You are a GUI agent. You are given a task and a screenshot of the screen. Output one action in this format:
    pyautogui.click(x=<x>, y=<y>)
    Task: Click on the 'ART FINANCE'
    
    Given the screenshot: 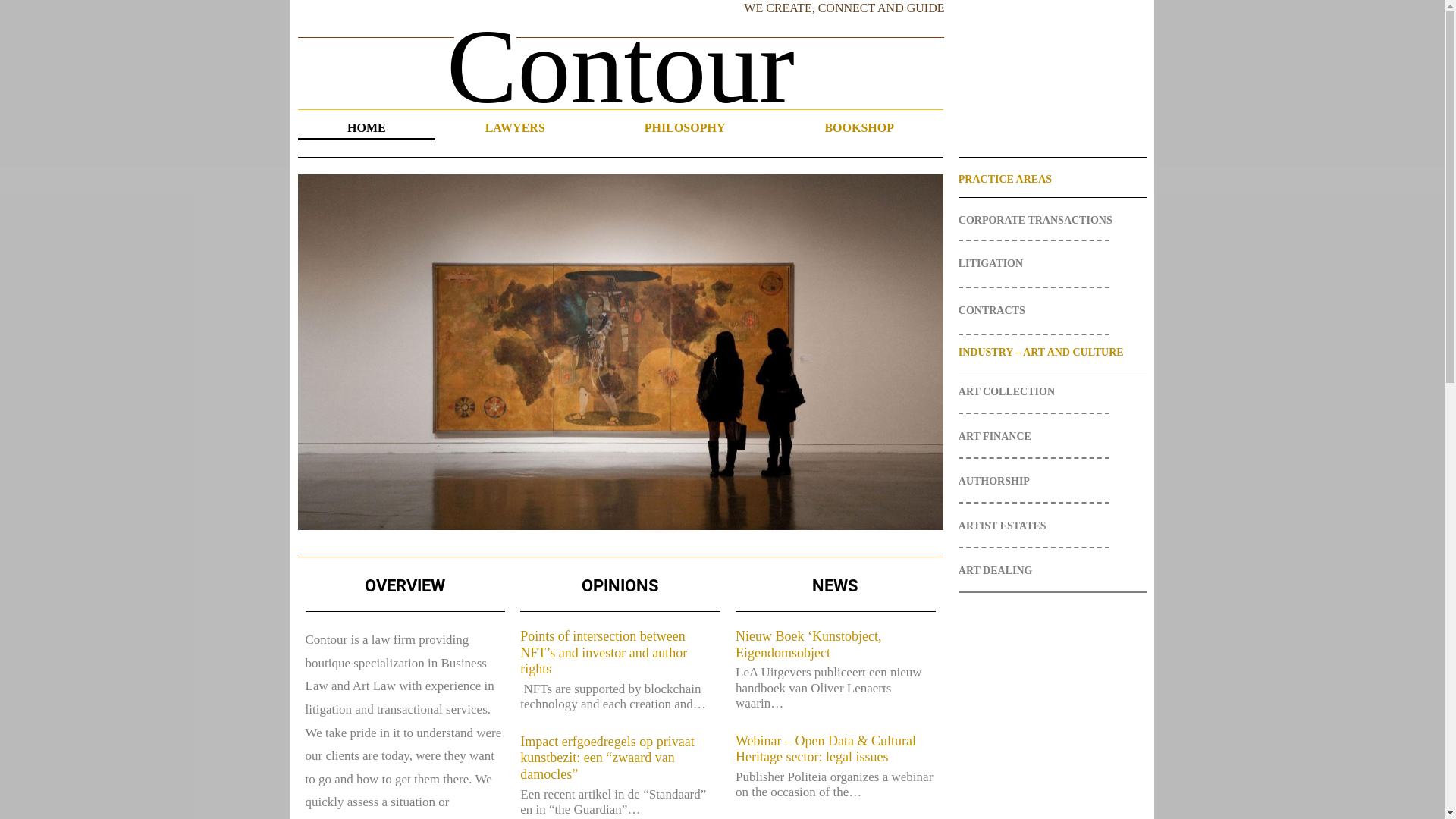 What is the action you would take?
    pyautogui.click(x=1052, y=436)
    